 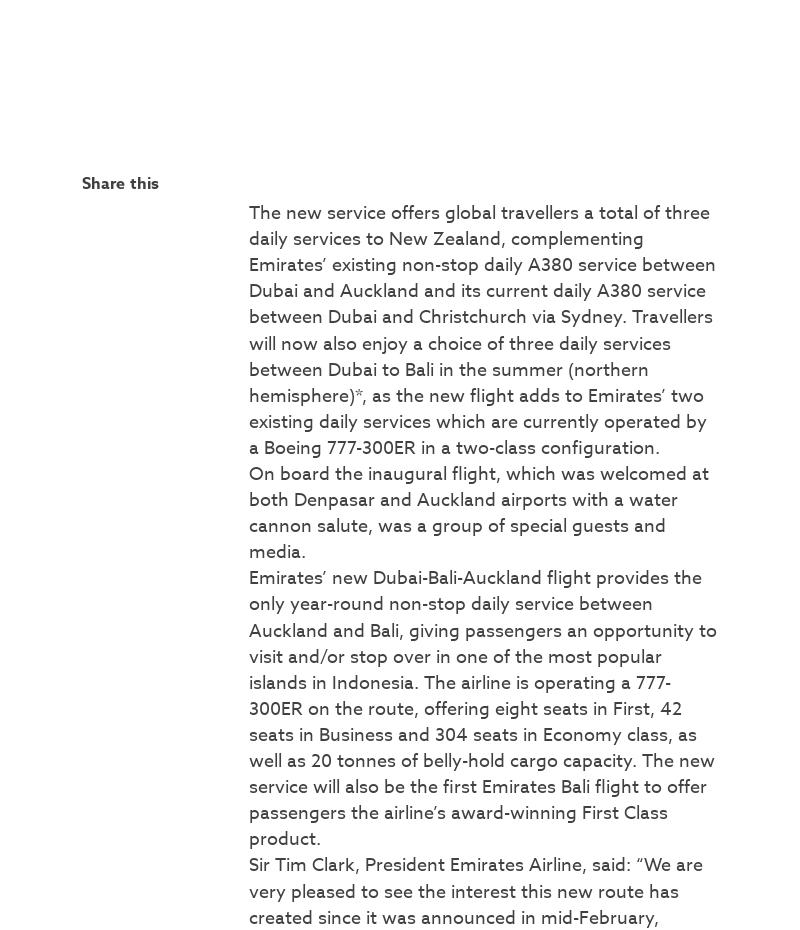 I want to click on 'By clicking the Accept button, you agree to us doing so.', so click(x=248, y=25).